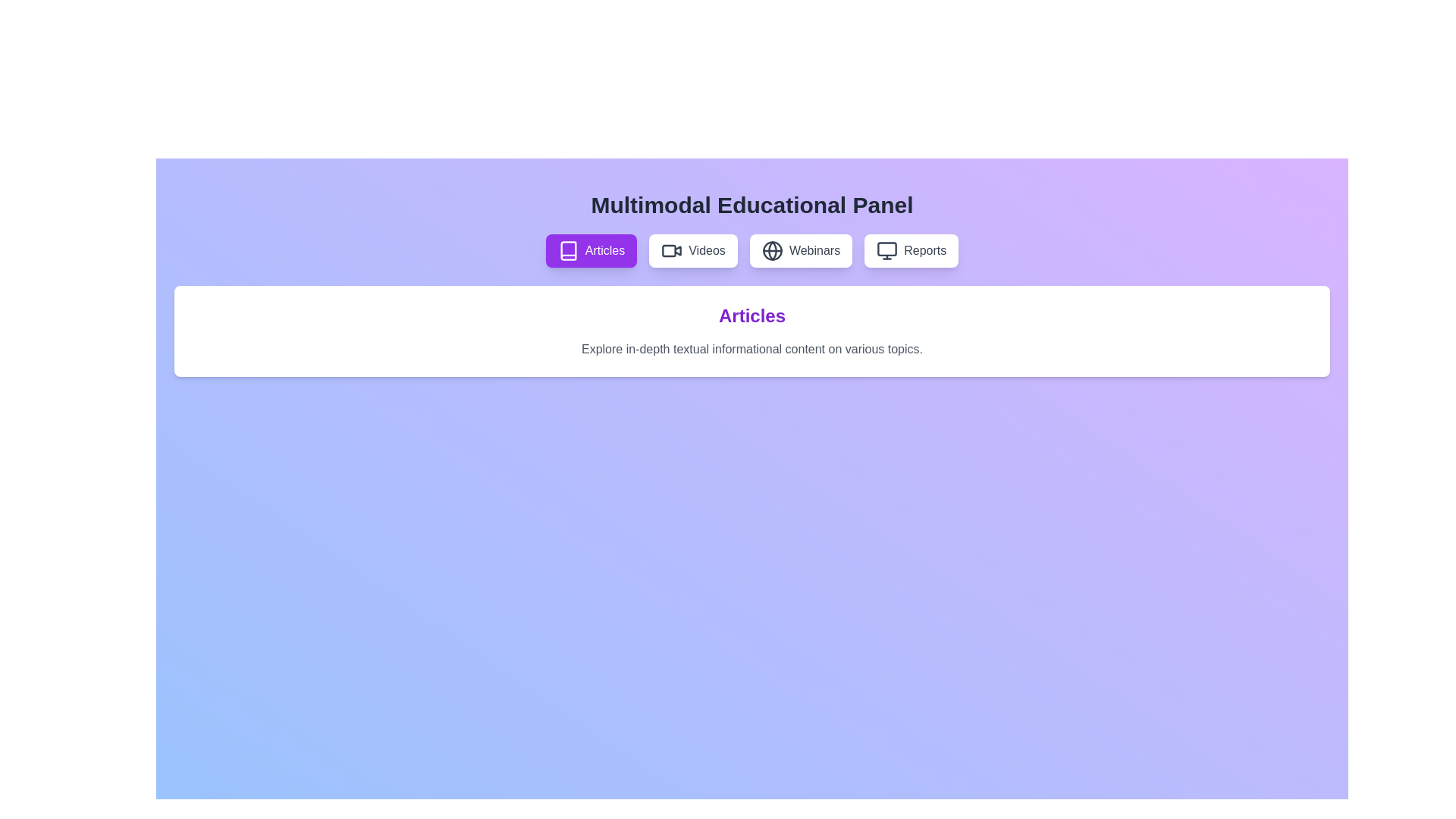  Describe the element at coordinates (772, 250) in the screenshot. I see `the decorative SVG circle element at the center of the globe icon in the 'Webinars' section for further action if associated` at that location.